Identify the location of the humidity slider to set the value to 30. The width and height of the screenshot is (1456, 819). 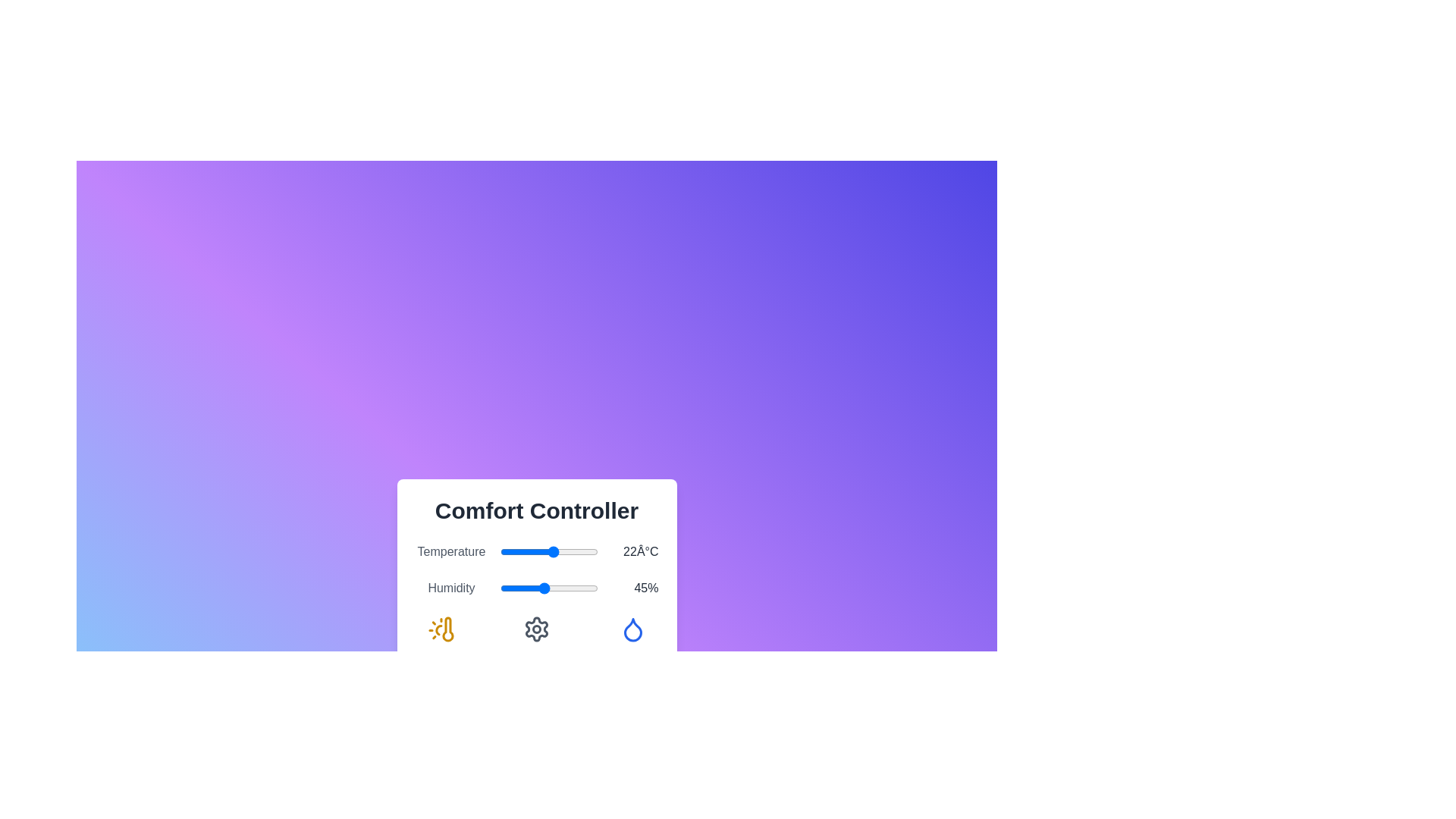
(529, 587).